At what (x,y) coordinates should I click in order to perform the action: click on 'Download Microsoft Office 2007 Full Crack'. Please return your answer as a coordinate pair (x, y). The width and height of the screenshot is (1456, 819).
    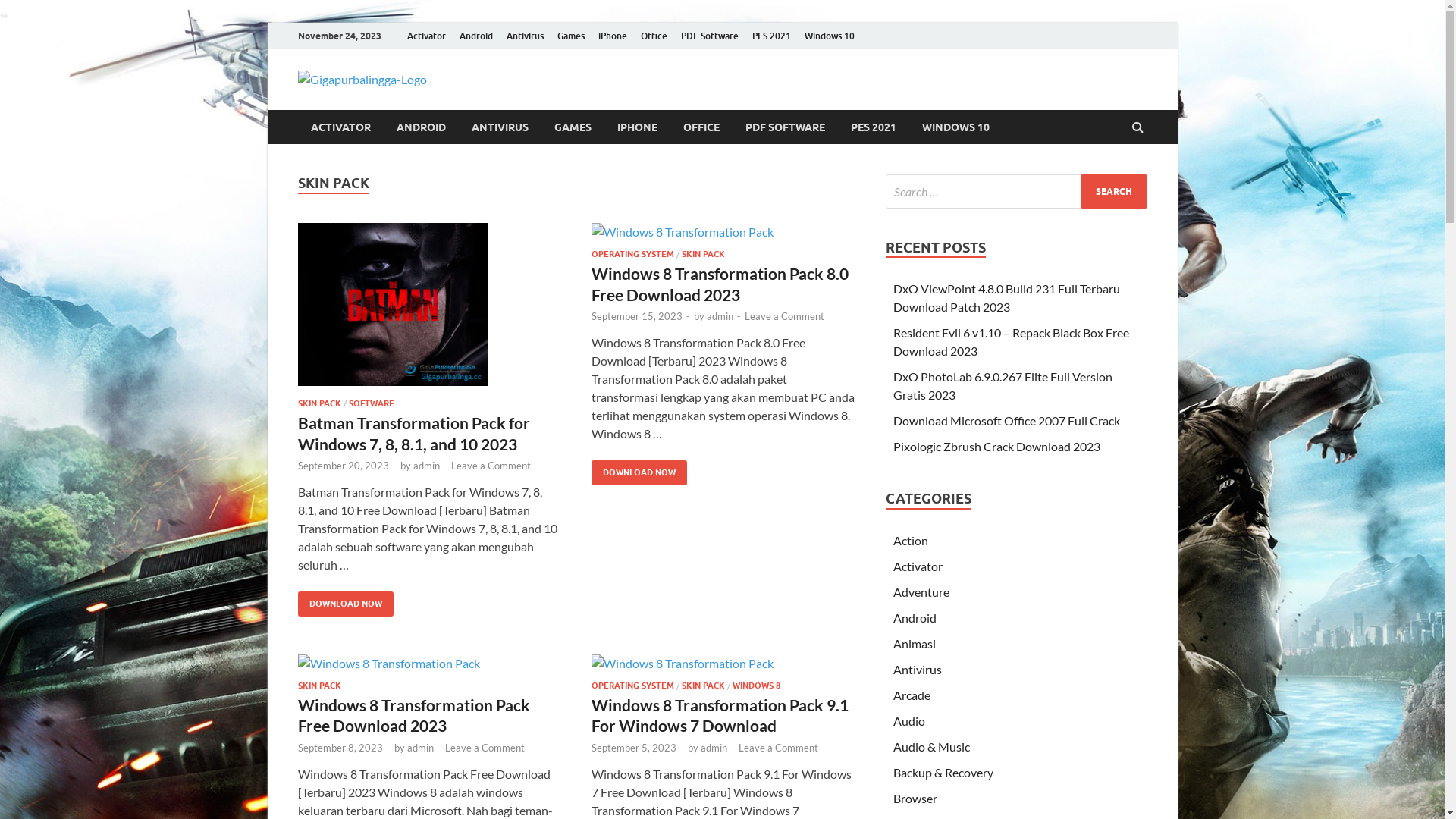
    Looking at the image, I should click on (1006, 420).